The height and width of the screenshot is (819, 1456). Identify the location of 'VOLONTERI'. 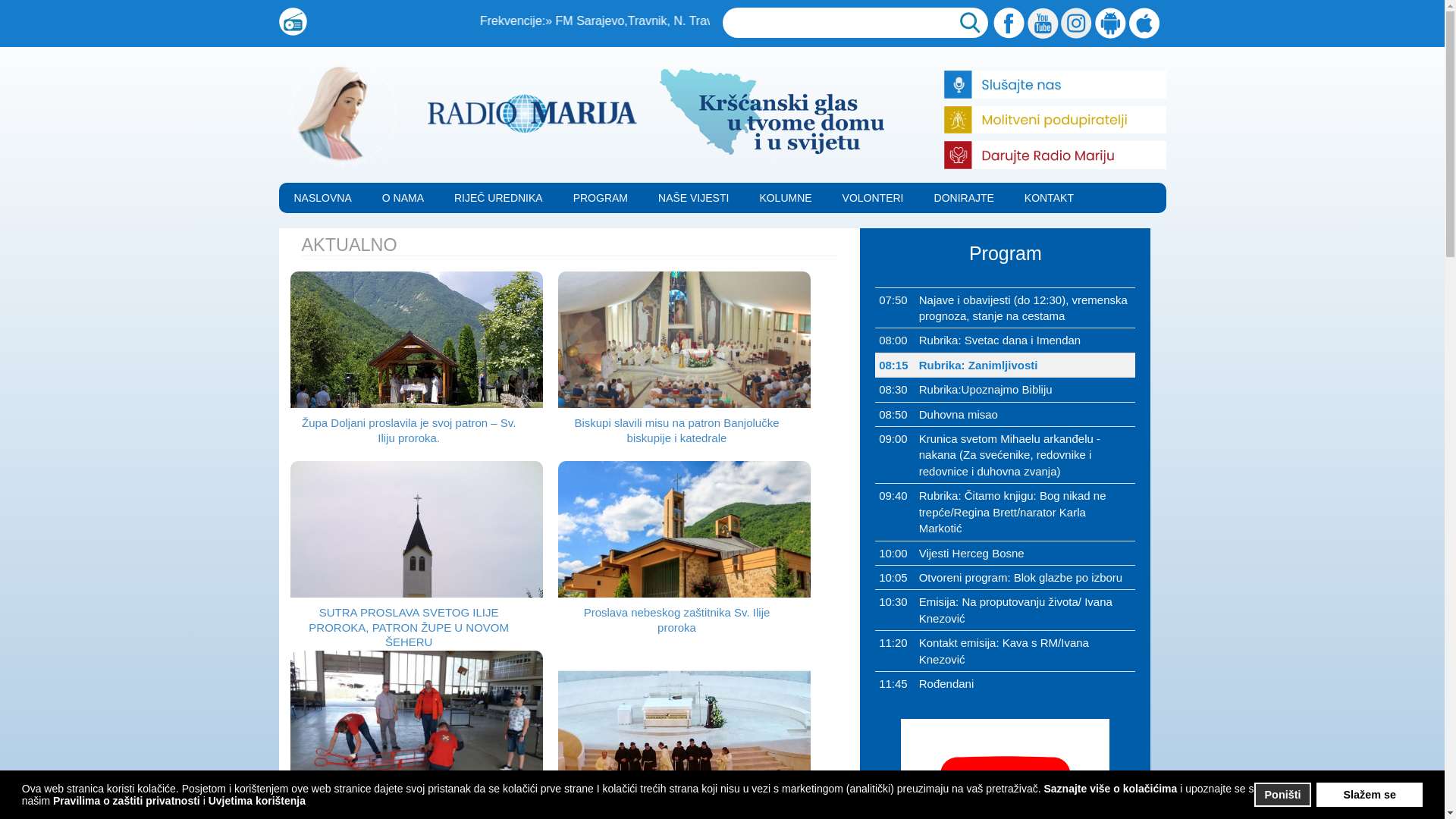
(873, 197).